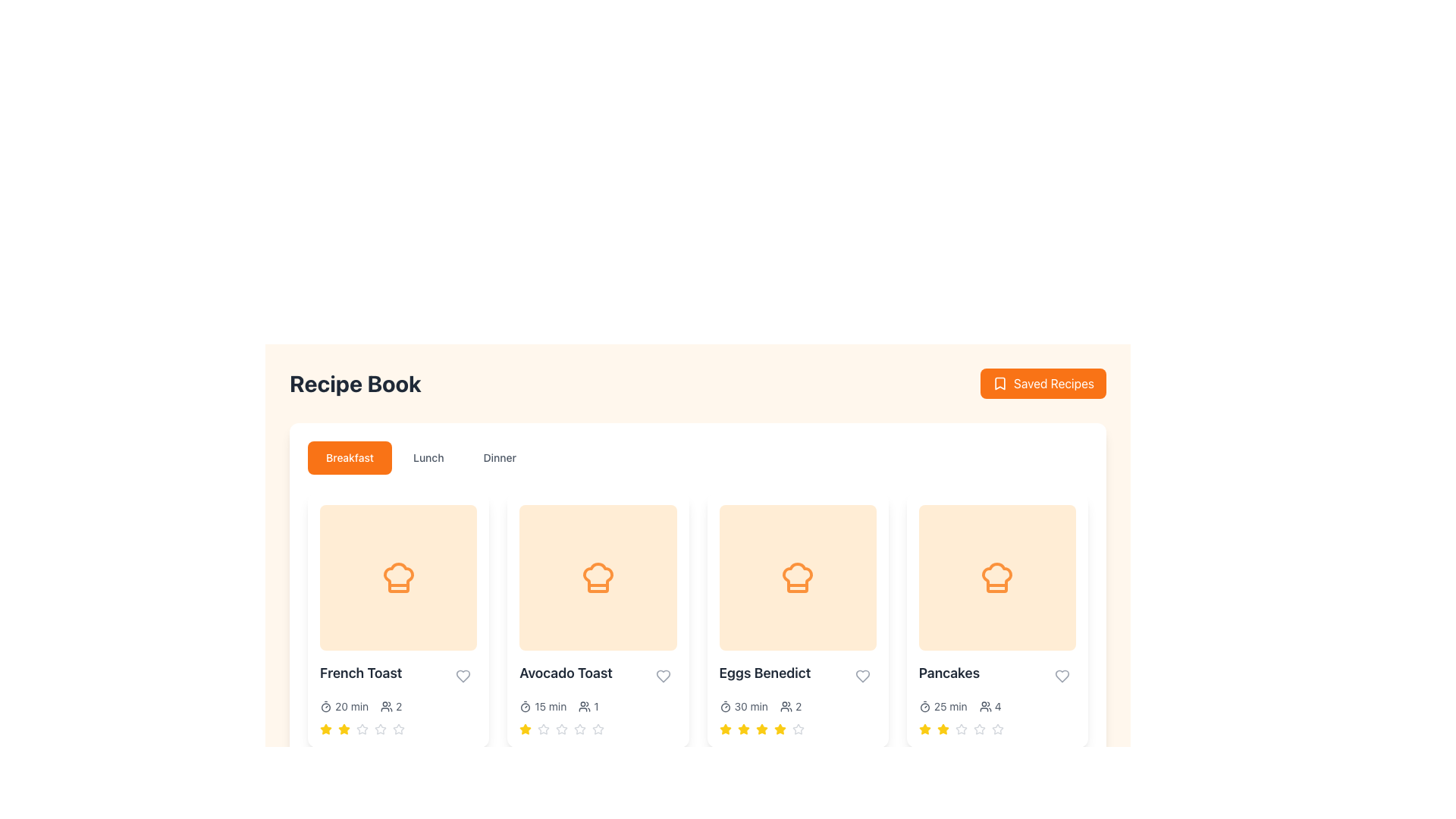 This screenshot has width=1456, height=819. Describe the element at coordinates (543, 707) in the screenshot. I see `the text '15 min' with the timer icon located in the 'Avocado Toast' card in the 'Breakfast' section of the 'Recipe Book' page` at that location.